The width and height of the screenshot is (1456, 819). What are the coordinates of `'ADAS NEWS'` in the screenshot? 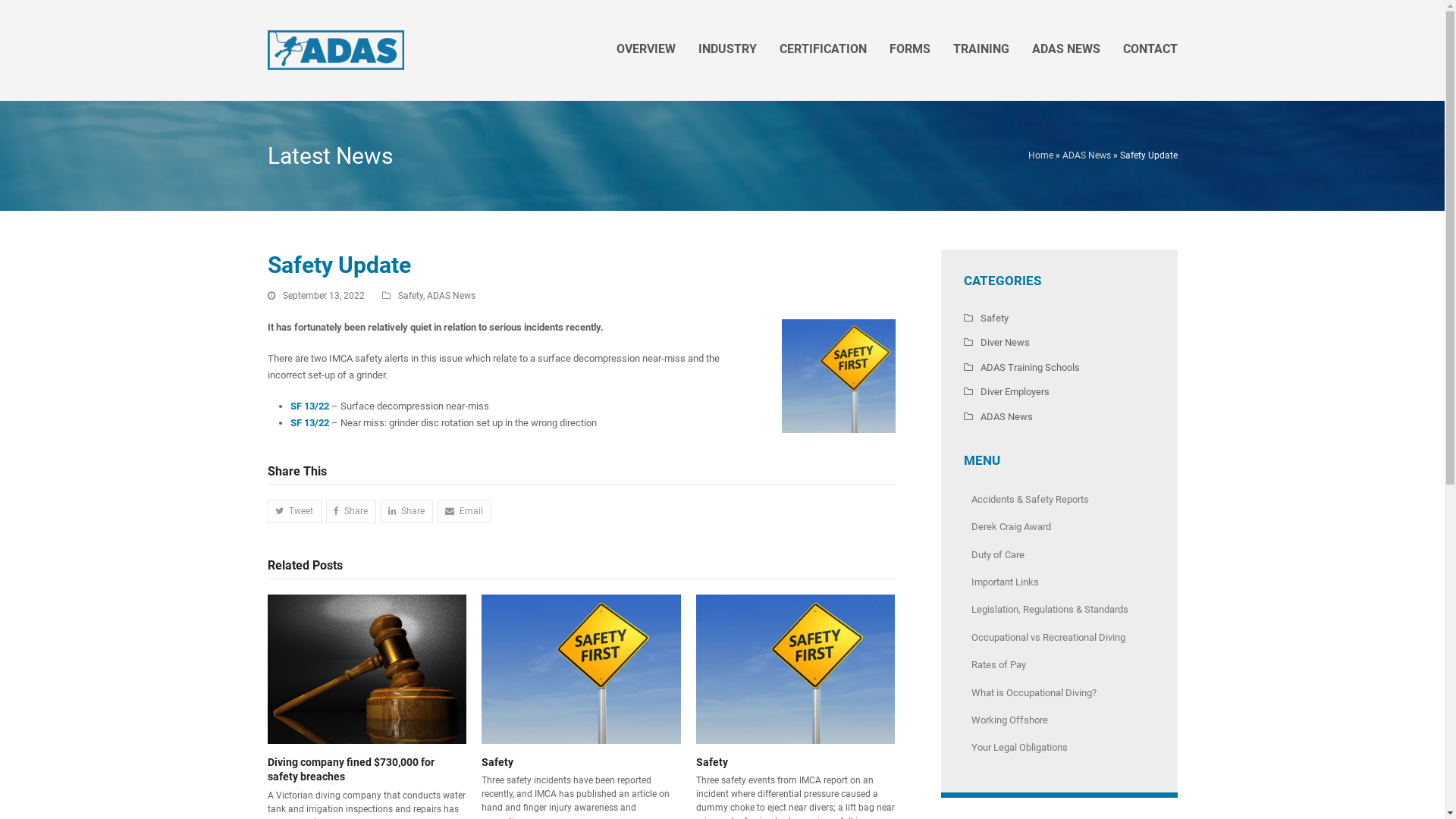 It's located at (1065, 49).